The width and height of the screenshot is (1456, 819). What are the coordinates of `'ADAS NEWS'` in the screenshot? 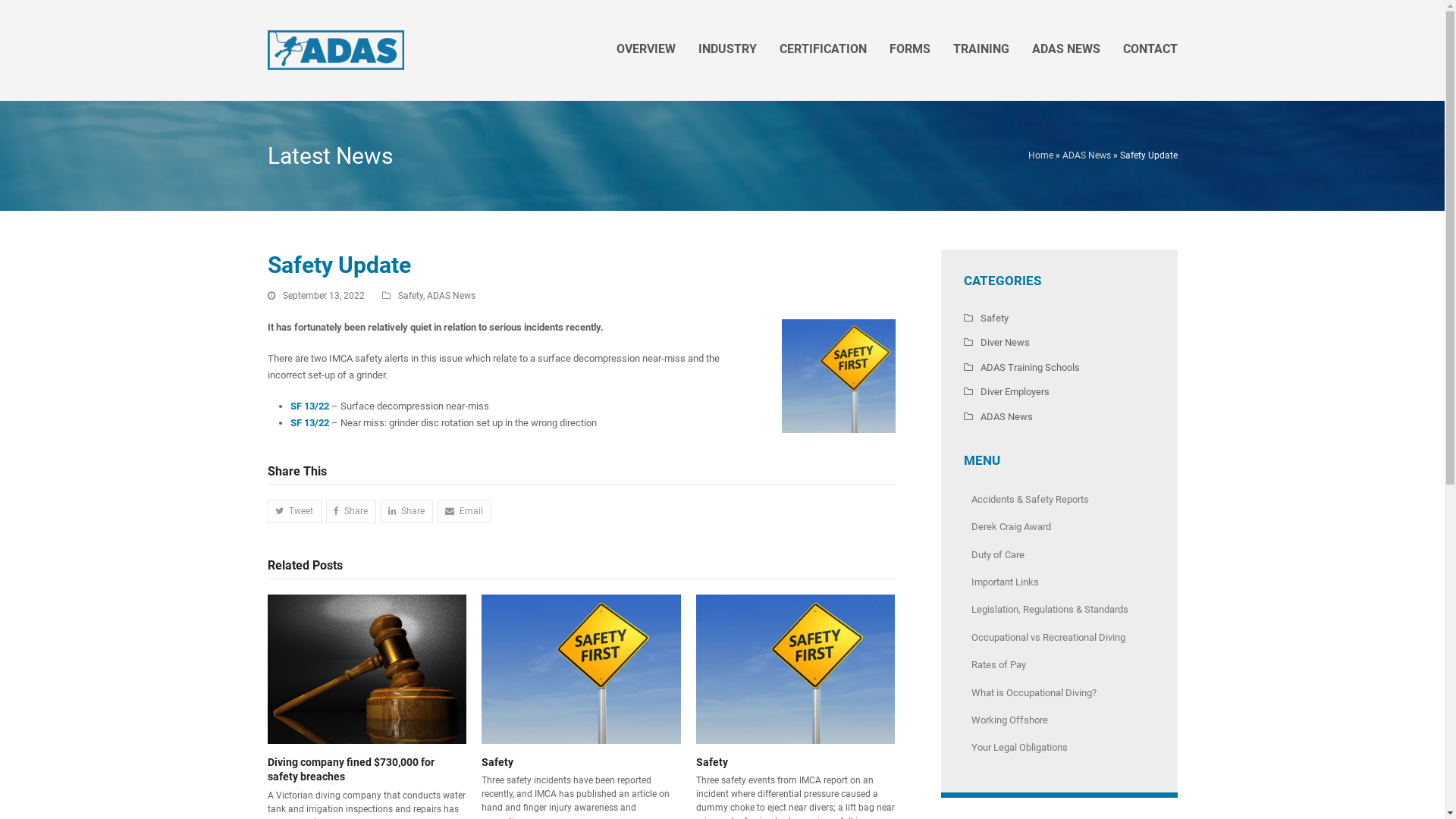 It's located at (1065, 49).